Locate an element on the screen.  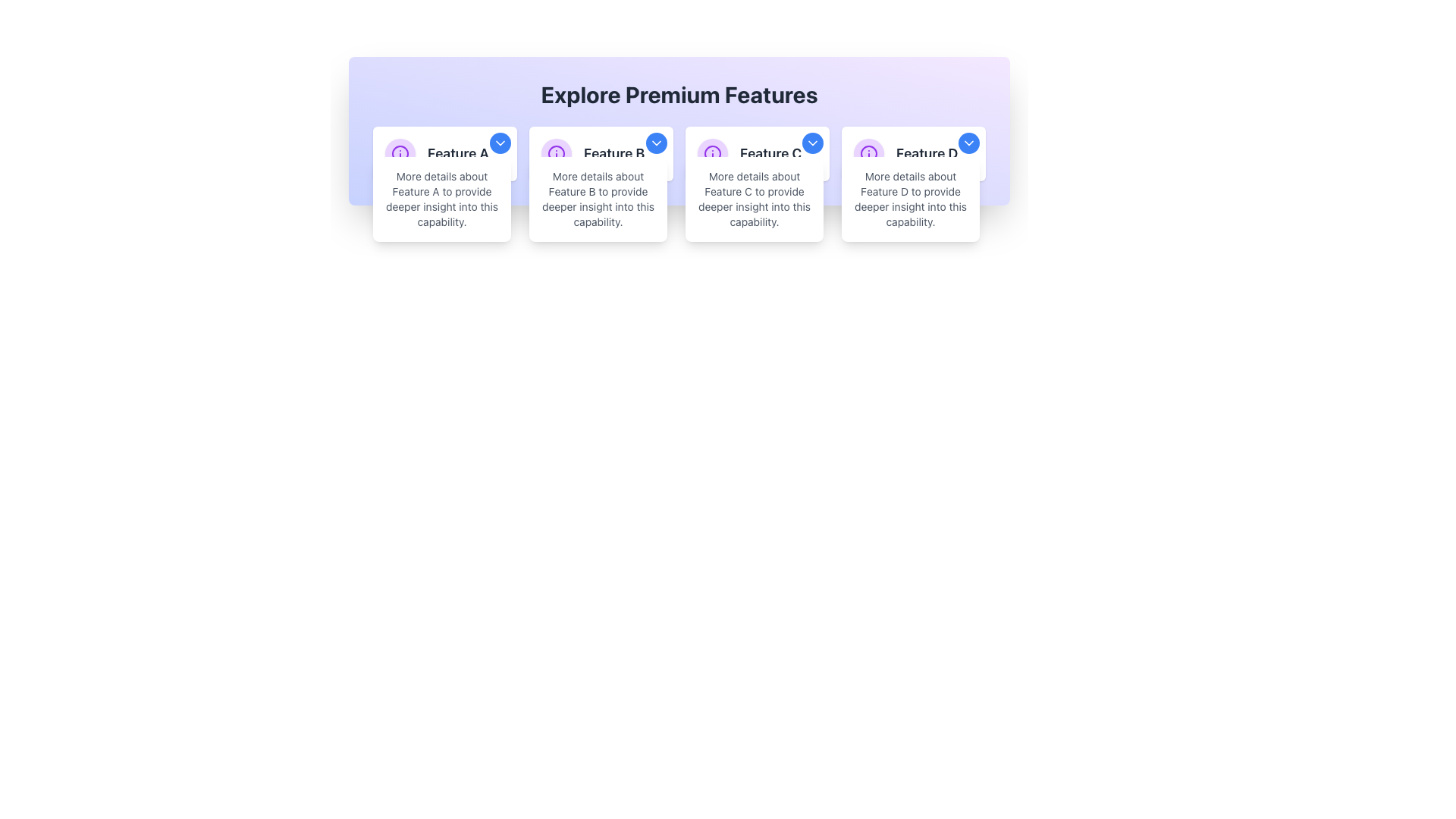
the 'Feature D' text label, which is styled with a bold font and dark gray color, located next to a circular icon within a group of feature items is located at coordinates (926, 154).